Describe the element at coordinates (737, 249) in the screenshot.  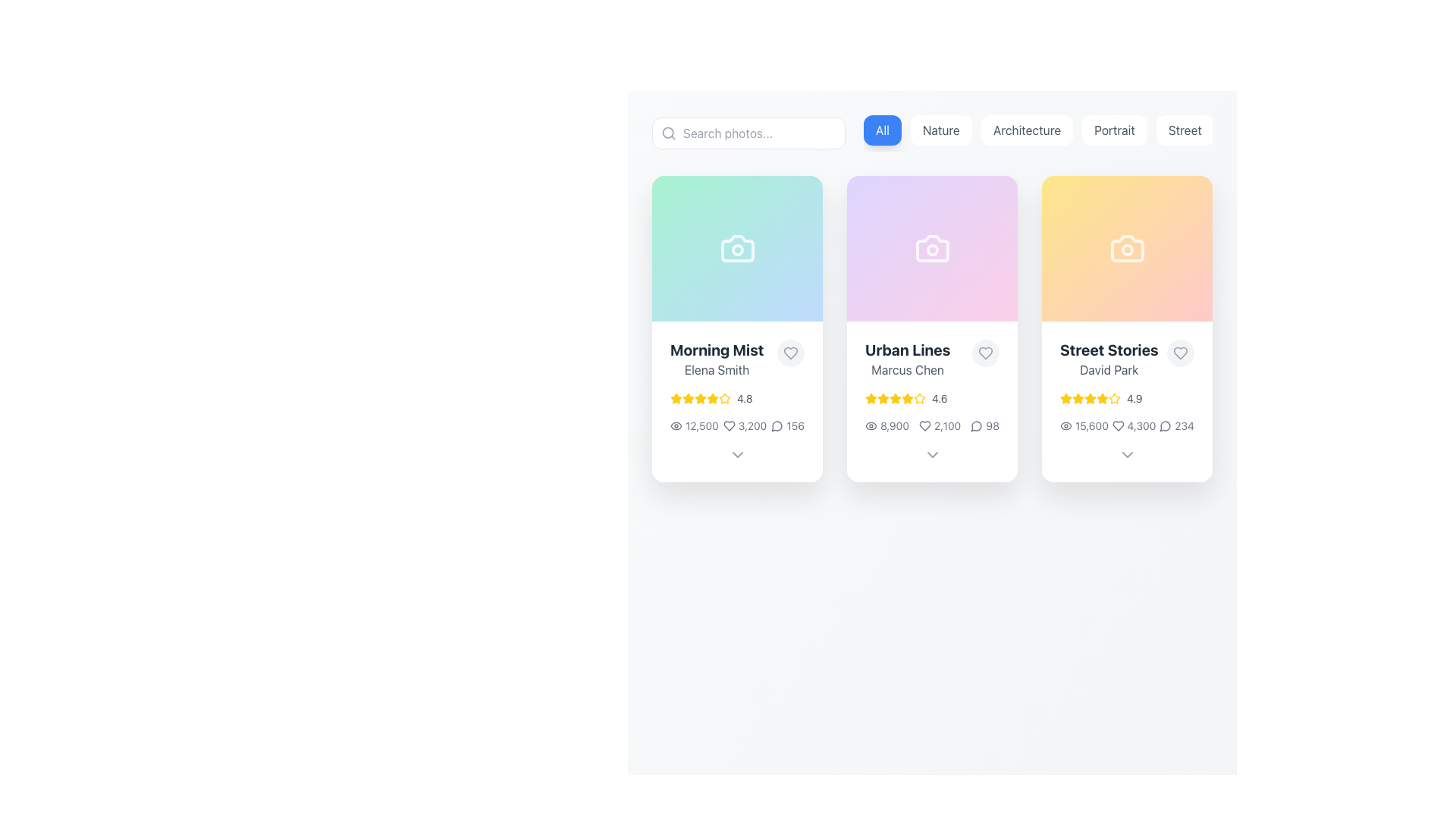
I see `the decorative circular SVG shape located at the center of the camera icon within the 'Morning Mist' card` at that location.